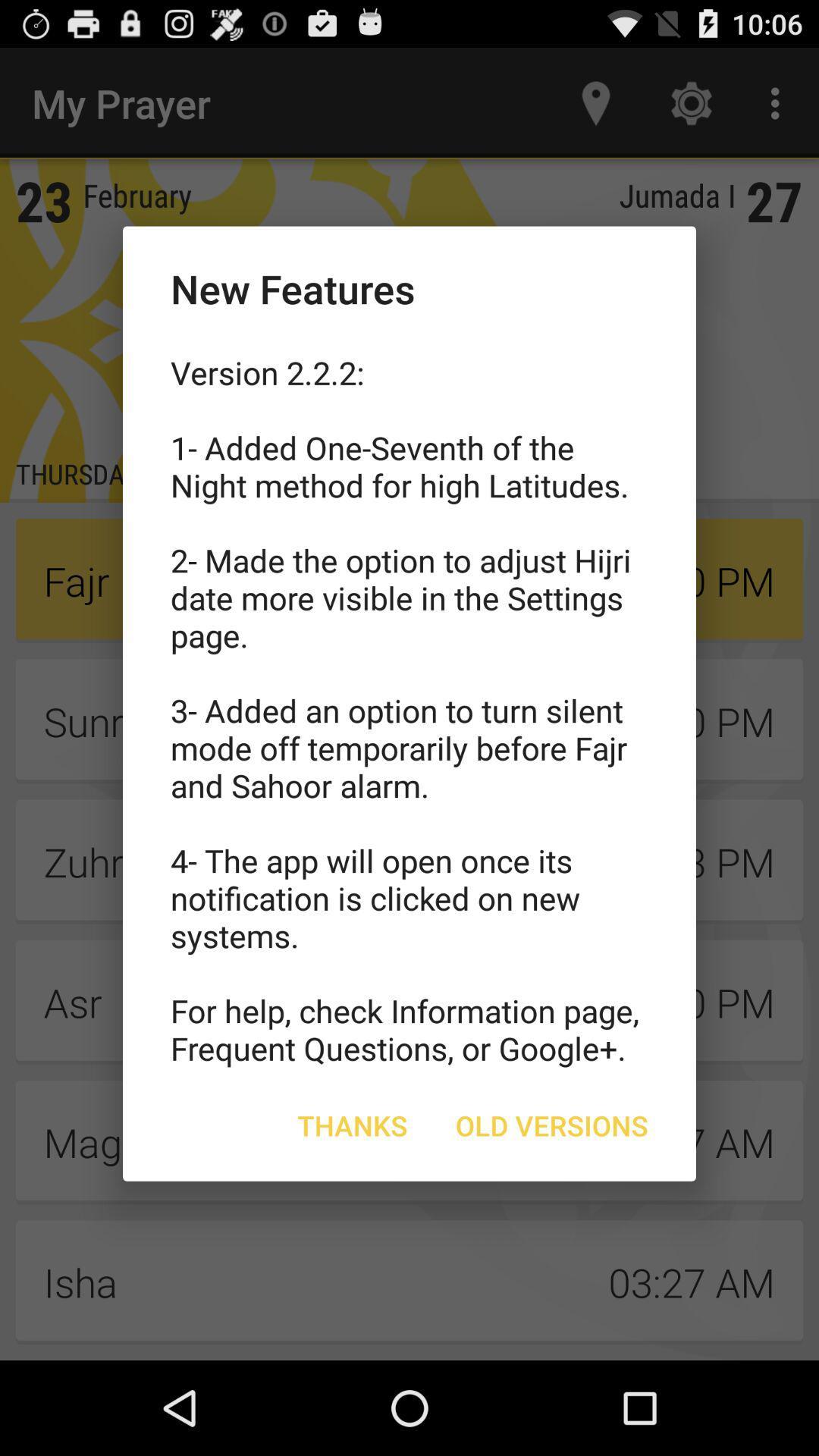 The image size is (819, 1456). What do you see at coordinates (551, 1125) in the screenshot?
I see `item to the right of thanks icon` at bounding box center [551, 1125].